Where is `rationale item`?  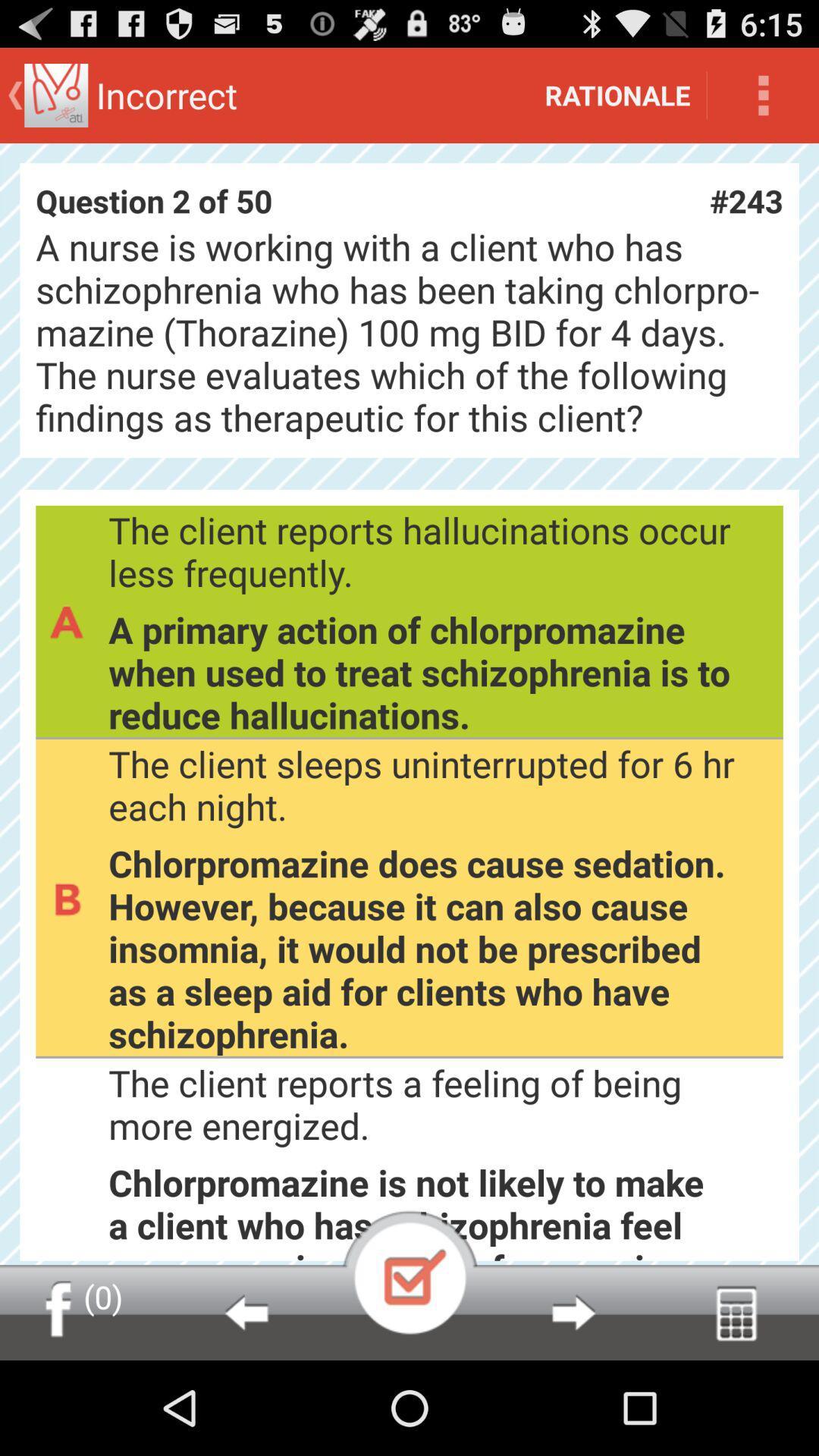
rationale item is located at coordinates (617, 94).